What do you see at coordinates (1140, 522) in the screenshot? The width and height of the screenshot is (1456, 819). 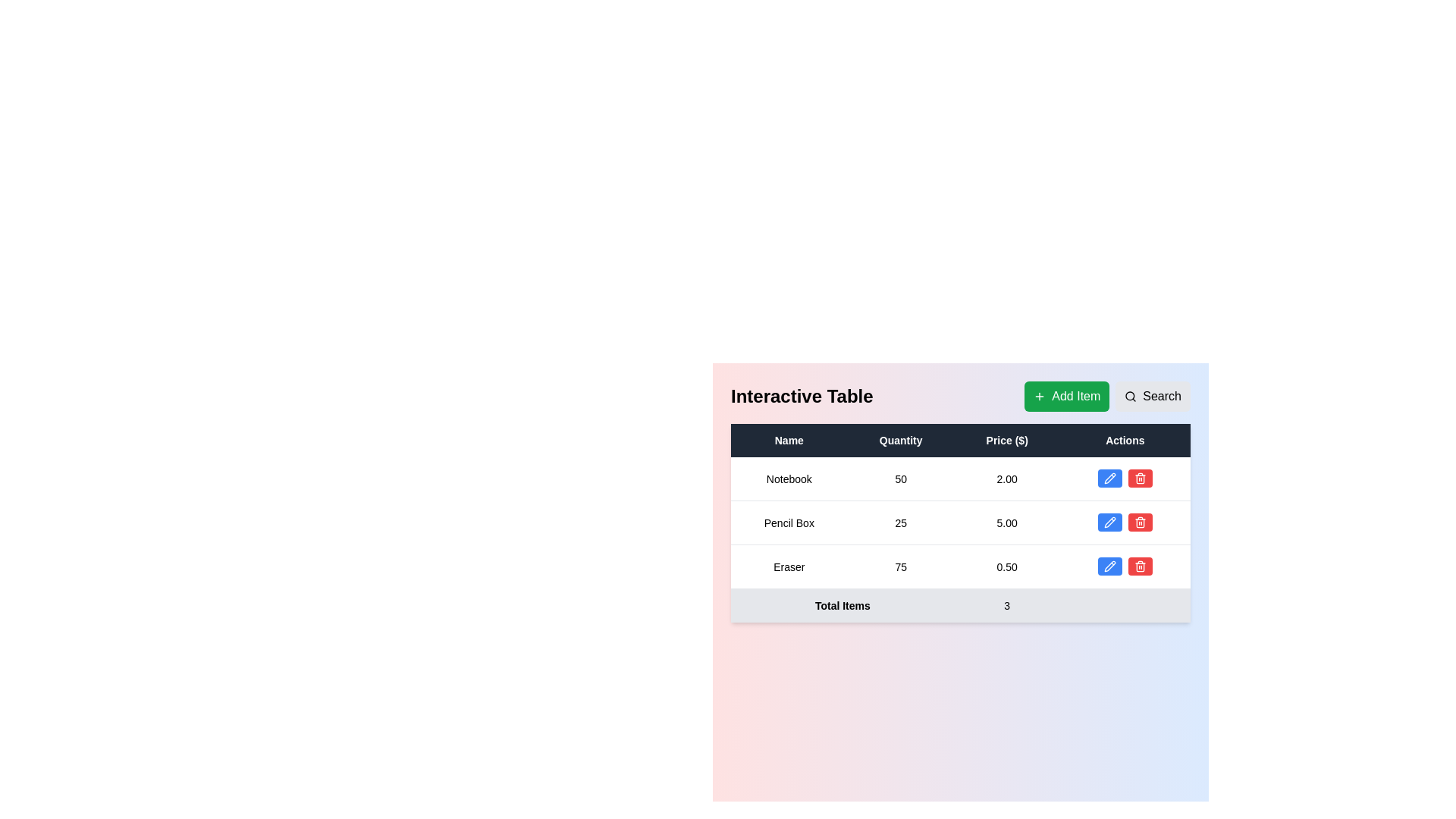 I see `the trash can icon representing the delete action located on the rightmost part of the third row of the table beneath the heading 'Actions'` at bounding box center [1140, 522].